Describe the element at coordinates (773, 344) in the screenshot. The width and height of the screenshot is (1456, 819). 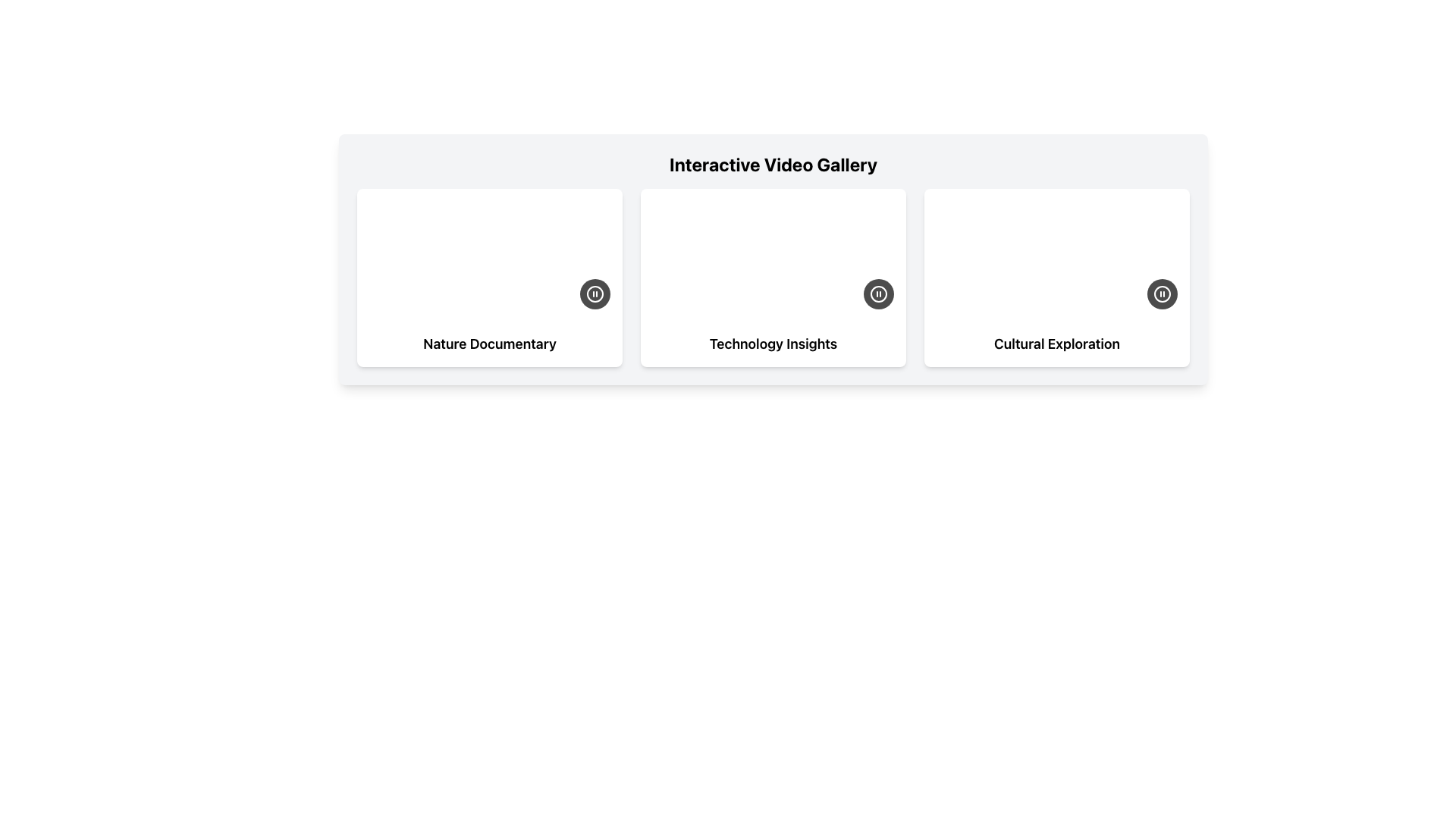
I see `the text label displaying 'Technology Insights' for accessibility navigation` at that location.